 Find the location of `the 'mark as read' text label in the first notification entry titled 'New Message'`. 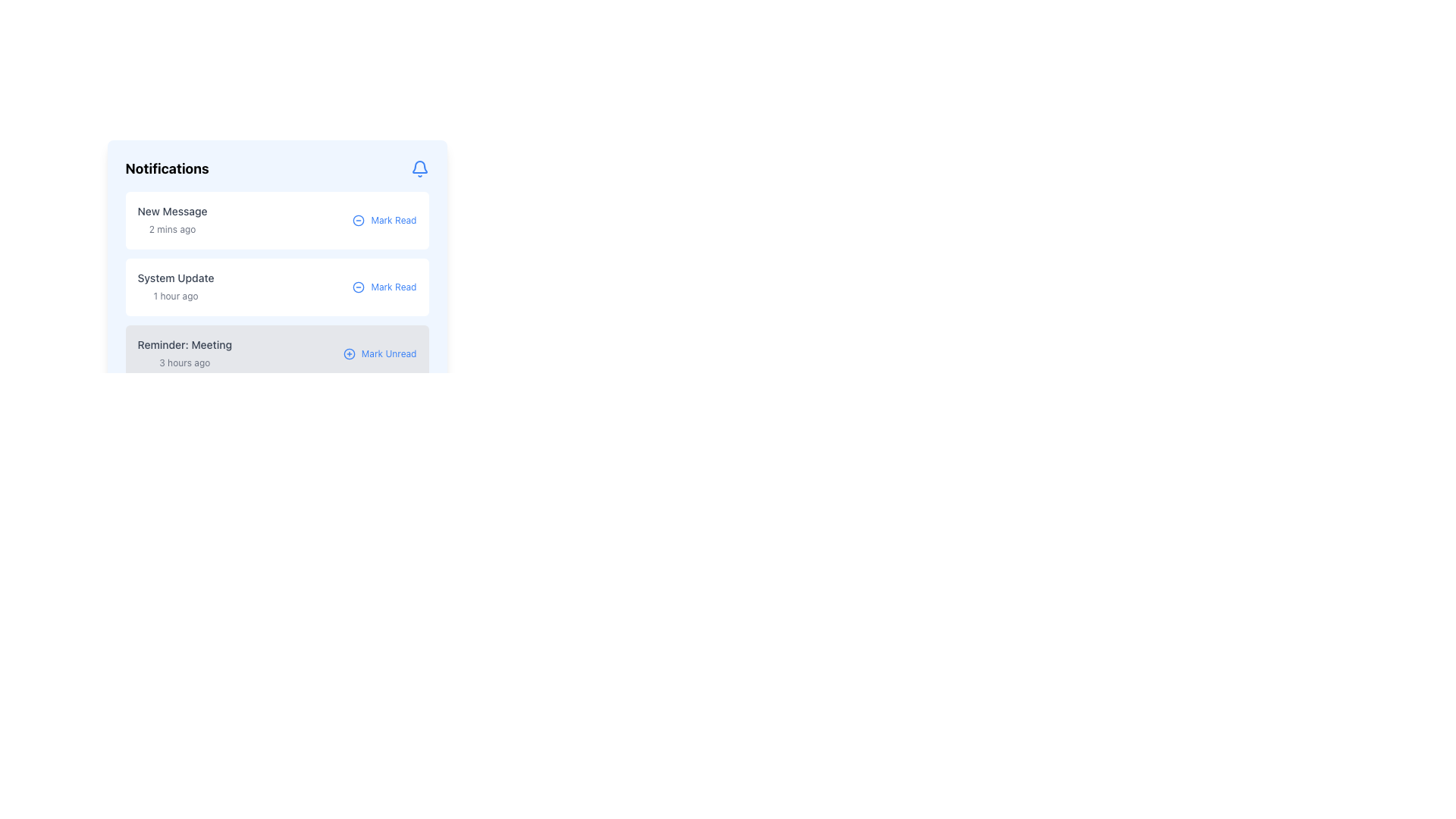

the 'mark as read' text label in the first notification entry titled 'New Message' is located at coordinates (394, 220).